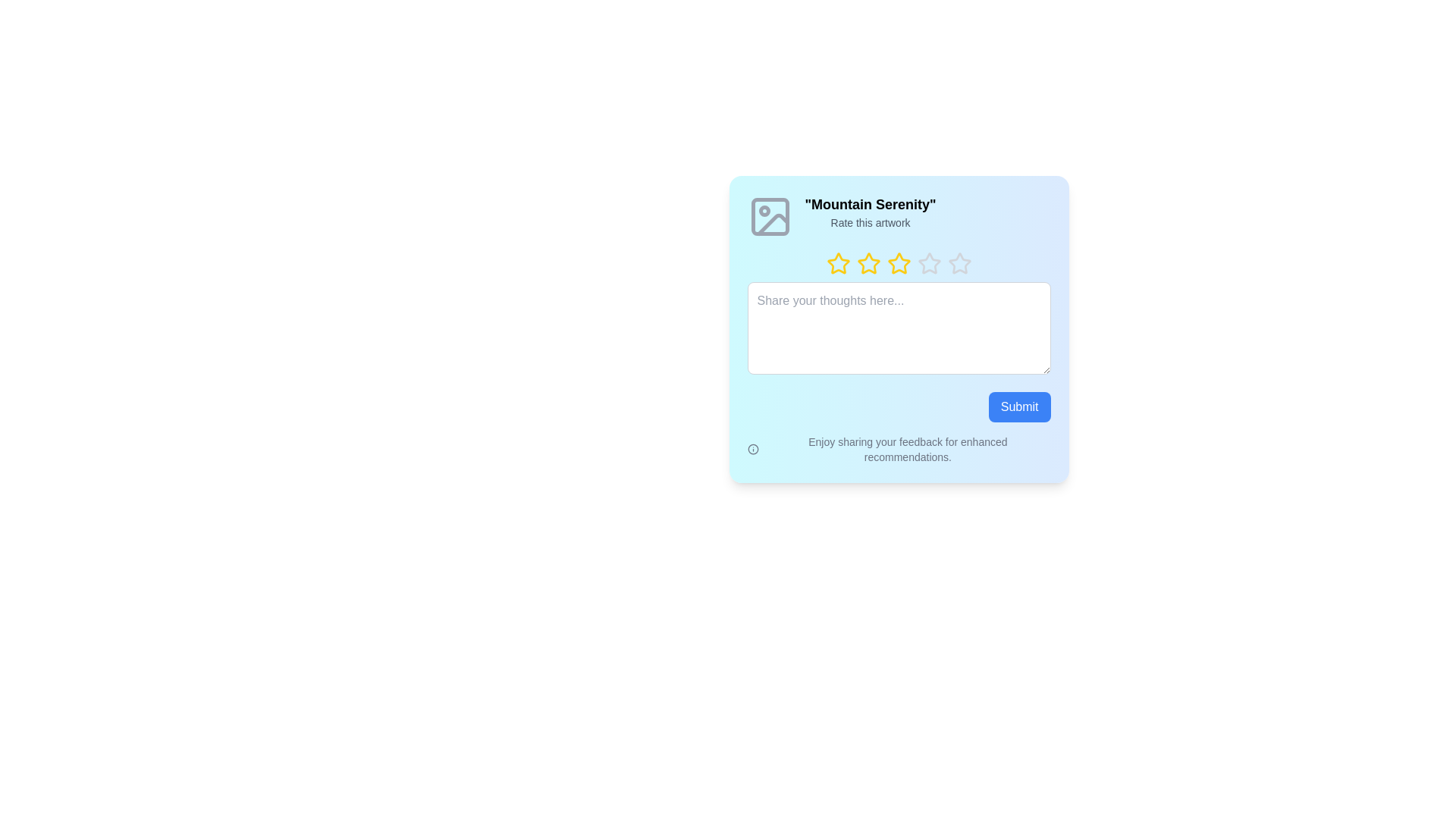  What do you see at coordinates (753, 449) in the screenshot?
I see `the informational icon to display additional details` at bounding box center [753, 449].